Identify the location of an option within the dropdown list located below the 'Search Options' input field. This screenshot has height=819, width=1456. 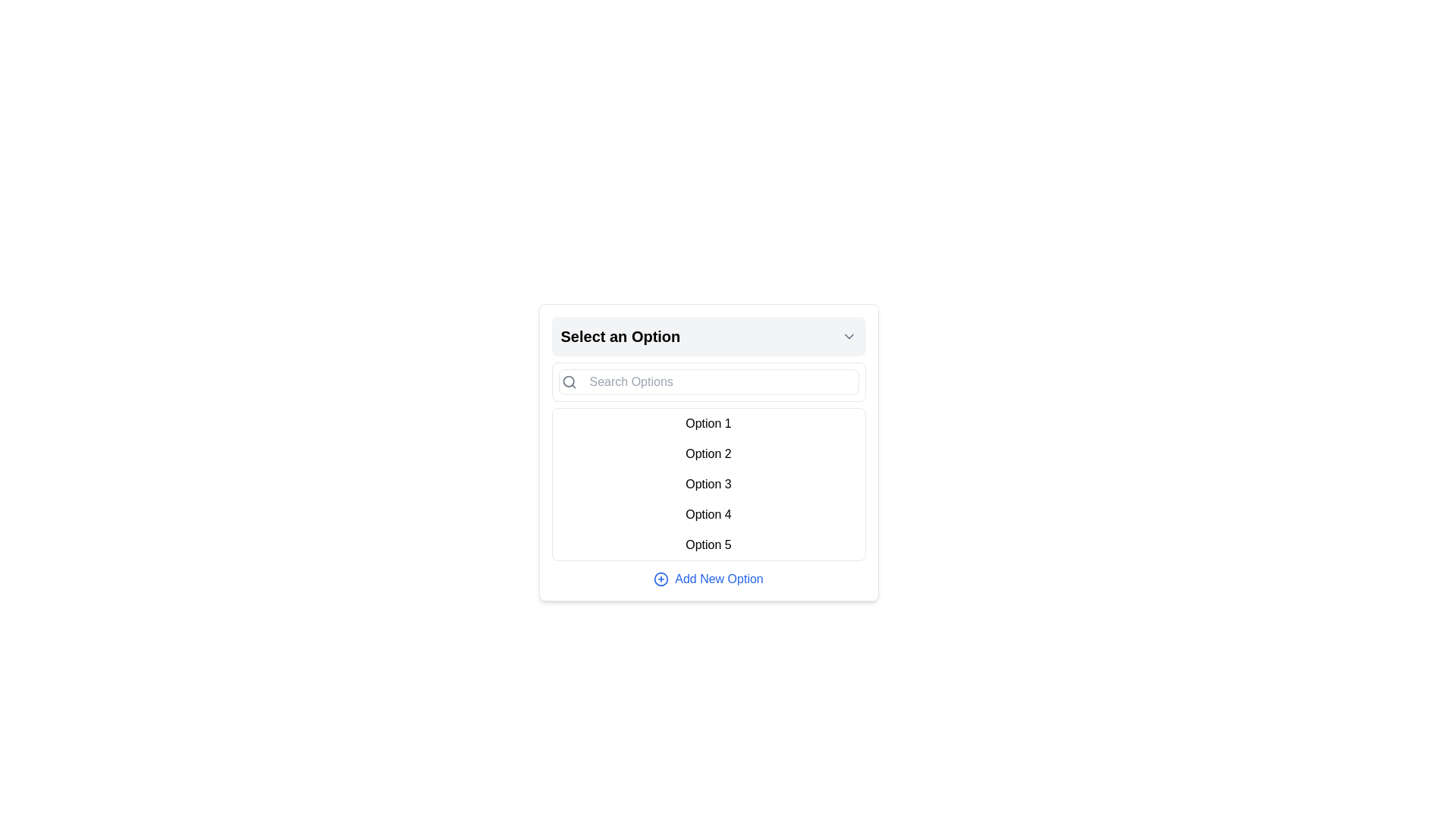
(708, 485).